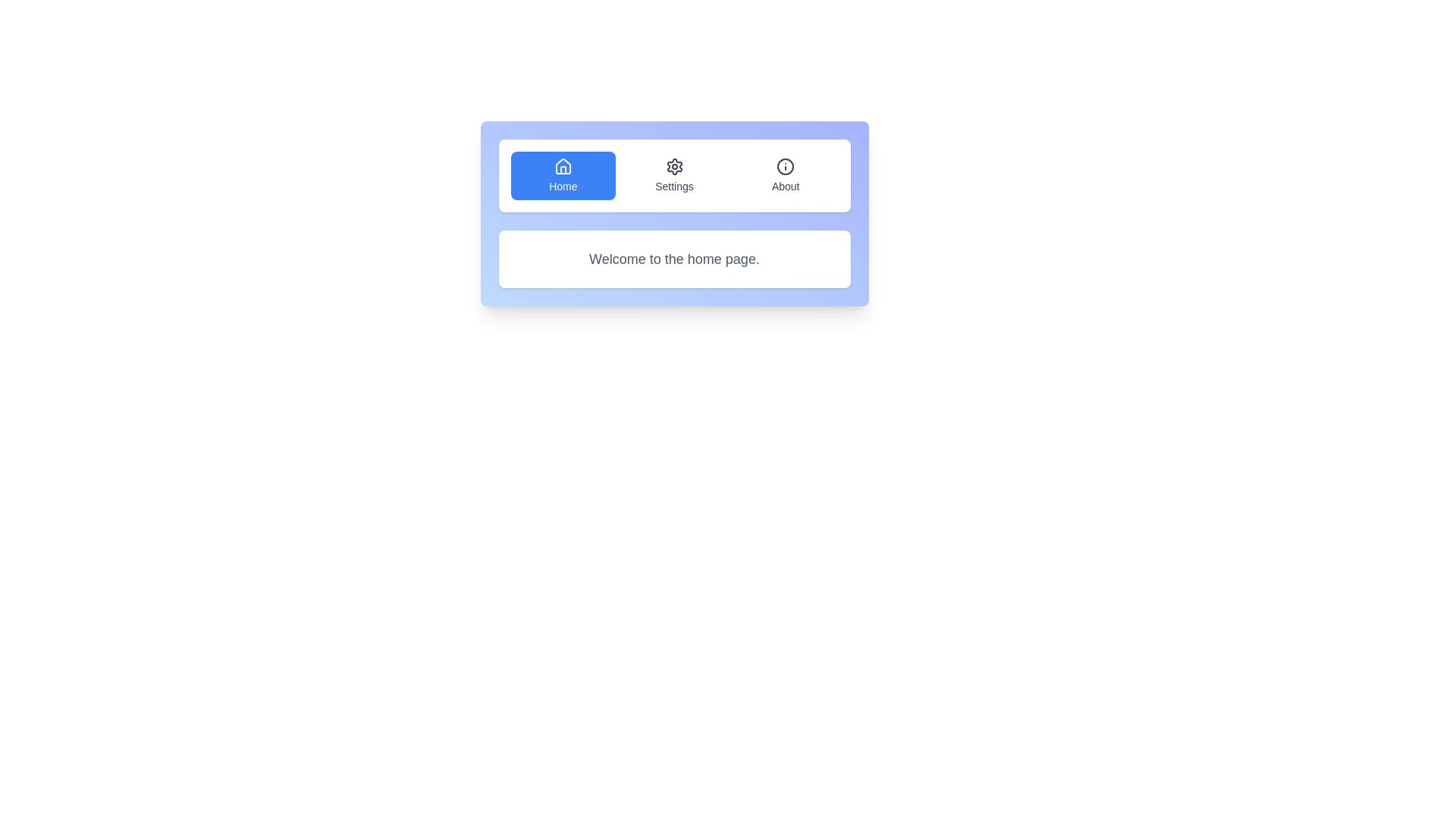 The image size is (1456, 819). What do you see at coordinates (562, 174) in the screenshot?
I see `the Home tab by clicking its button` at bounding box center [562, 174].